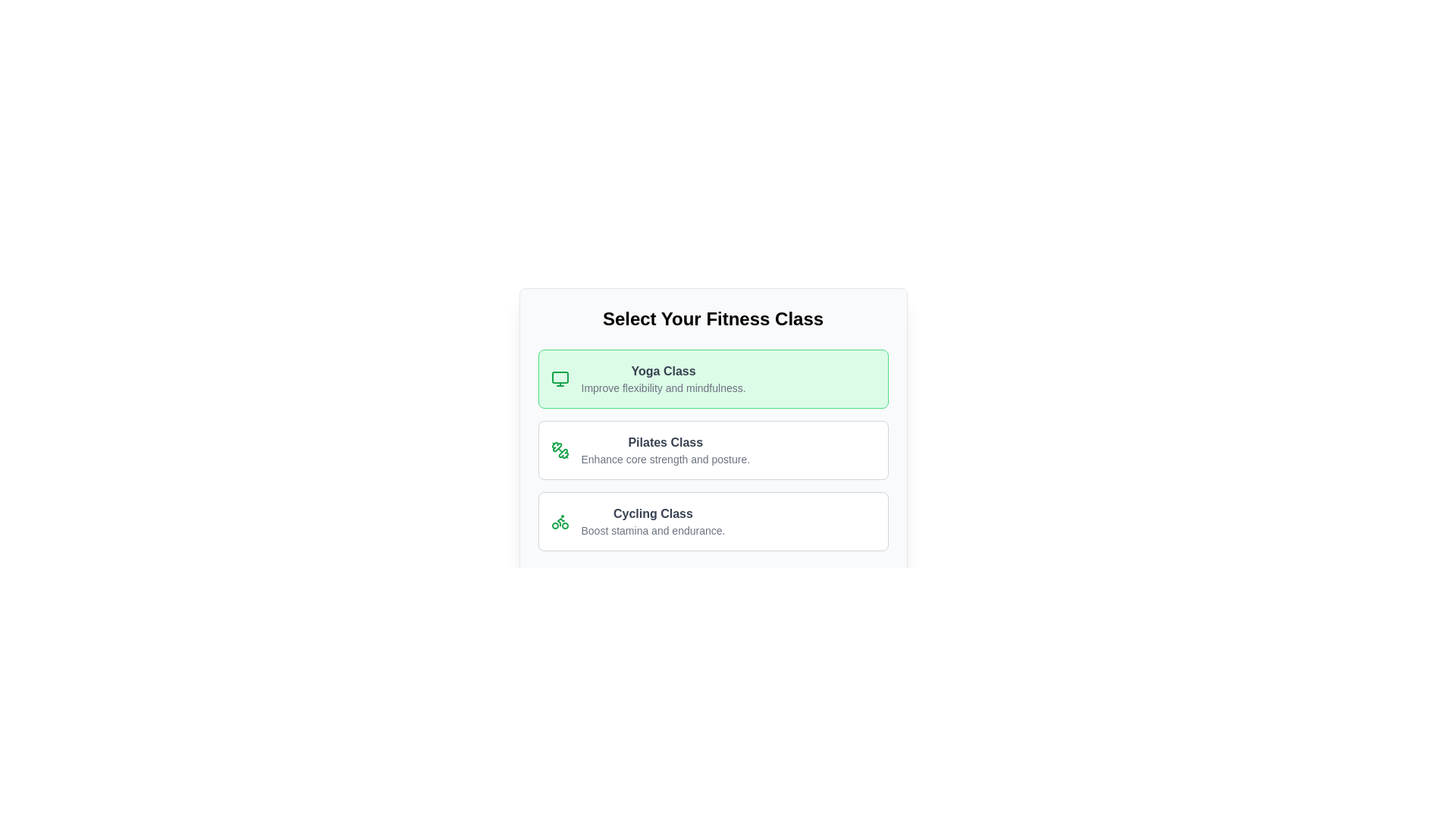  Describe the element at coordinates (665, 442) in the screenshot. I see `heading text that describes the fitness class, which is centrally located above the description 'Enhance core strength and posture.'` at that location.